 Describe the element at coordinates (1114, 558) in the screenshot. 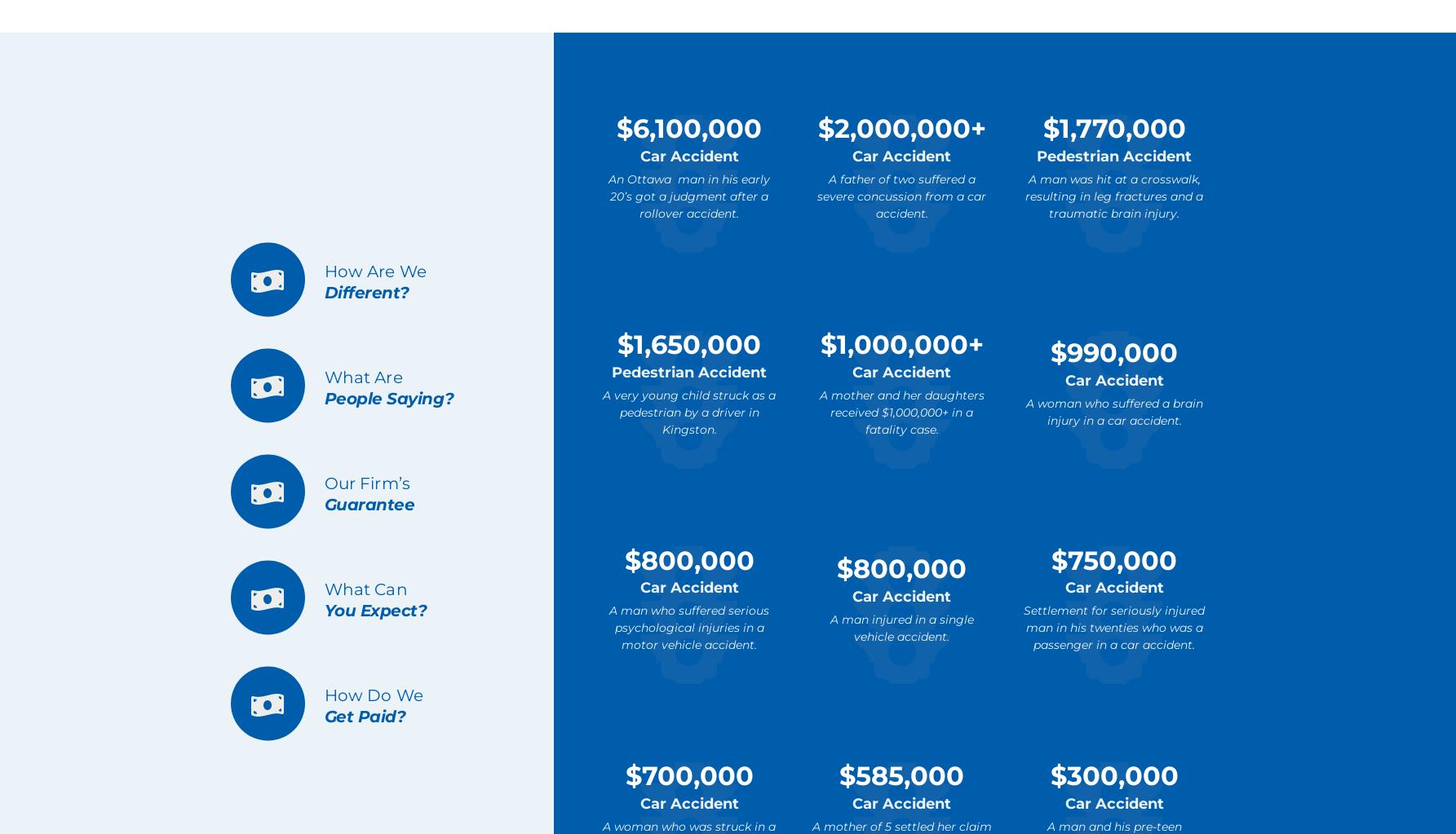

I see `'$750,000'` at that location.